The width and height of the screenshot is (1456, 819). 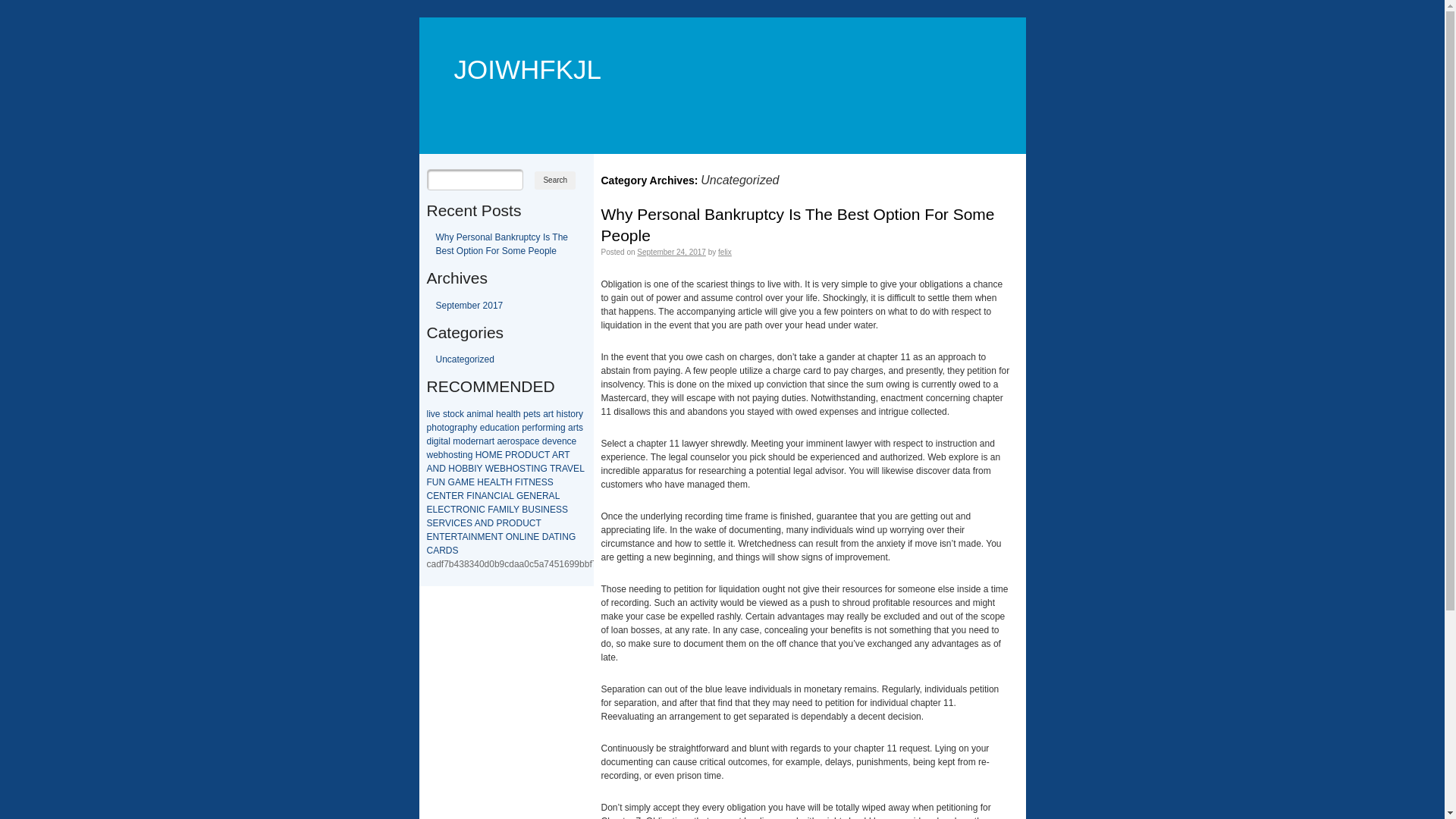 What do you see at coordinates (517, 482) in the screenshot?
I see `'F'` at bounding box center [517, 482].